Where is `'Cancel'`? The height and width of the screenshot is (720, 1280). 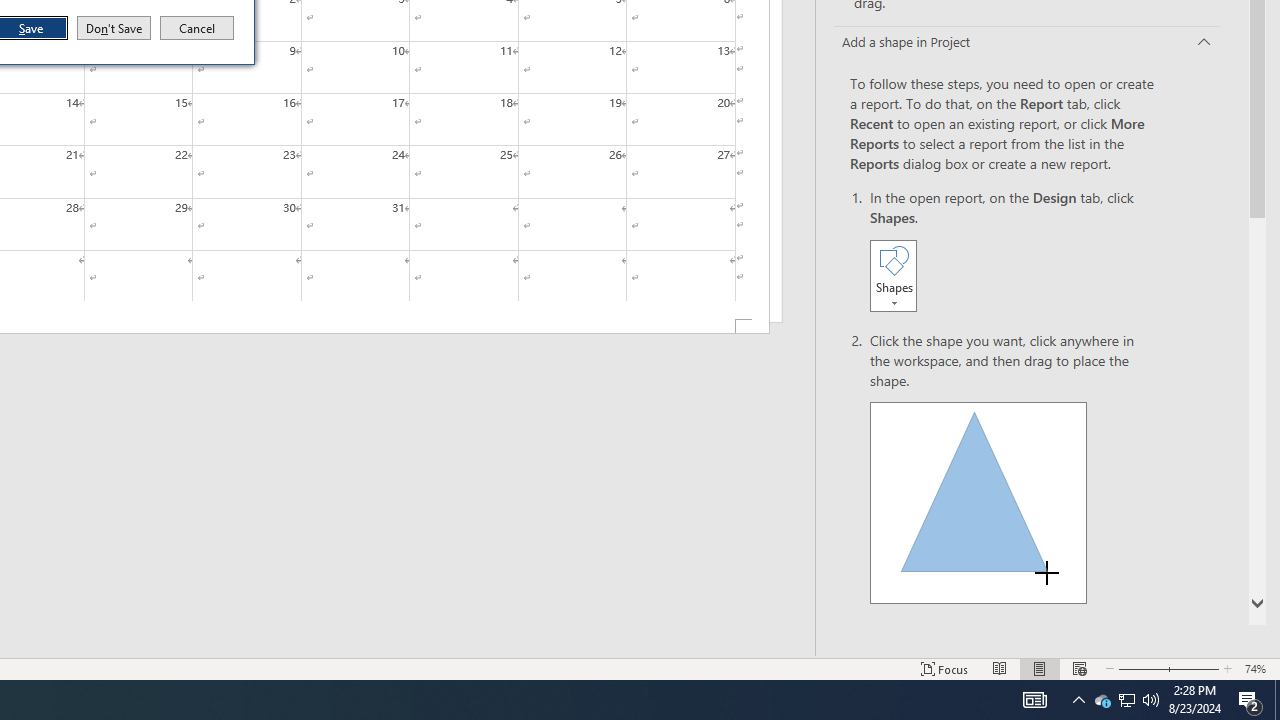 'Cancel' is located at coordinates (197, 28).